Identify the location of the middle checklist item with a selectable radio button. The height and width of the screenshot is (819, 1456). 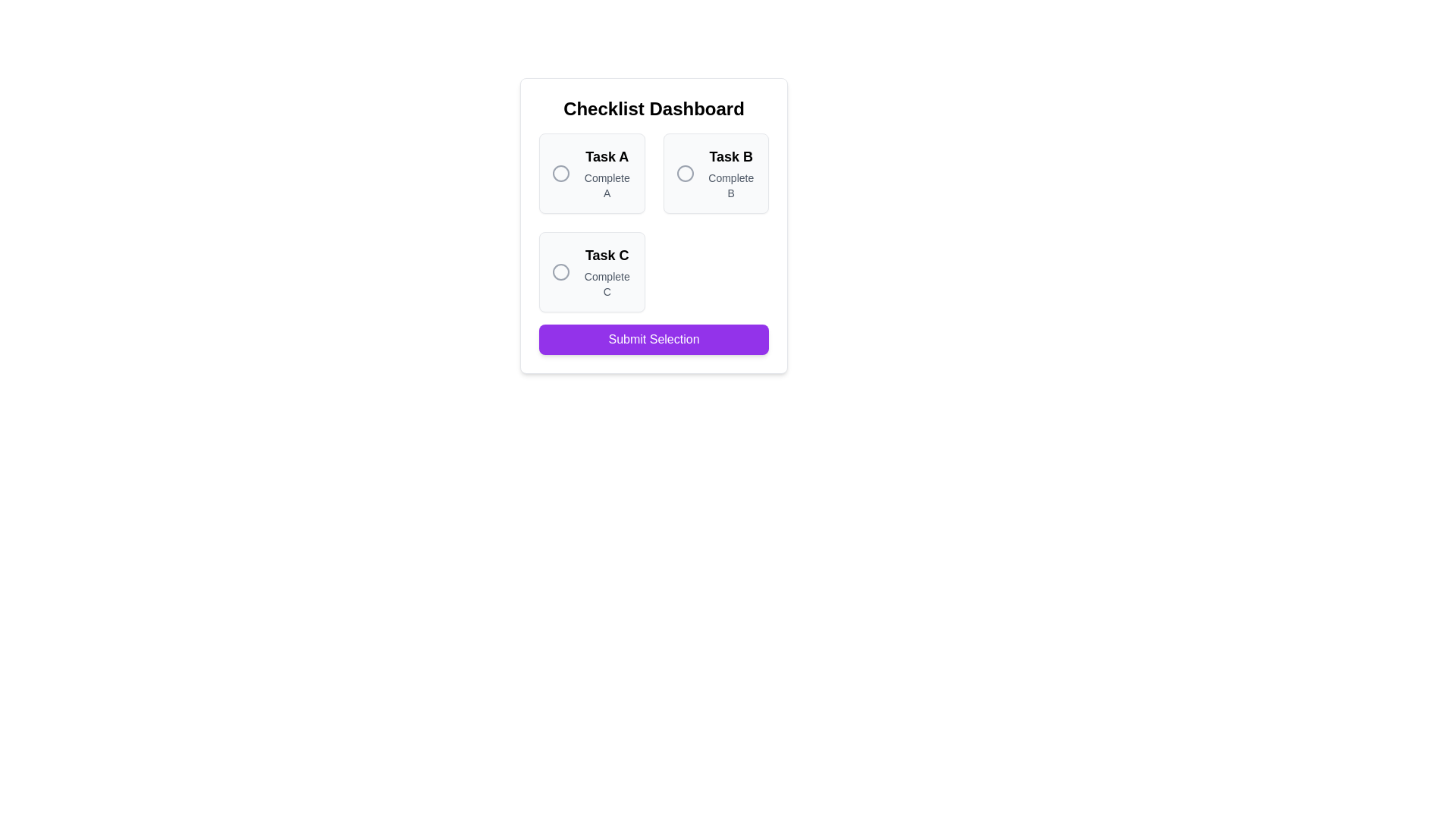
(715, 172).